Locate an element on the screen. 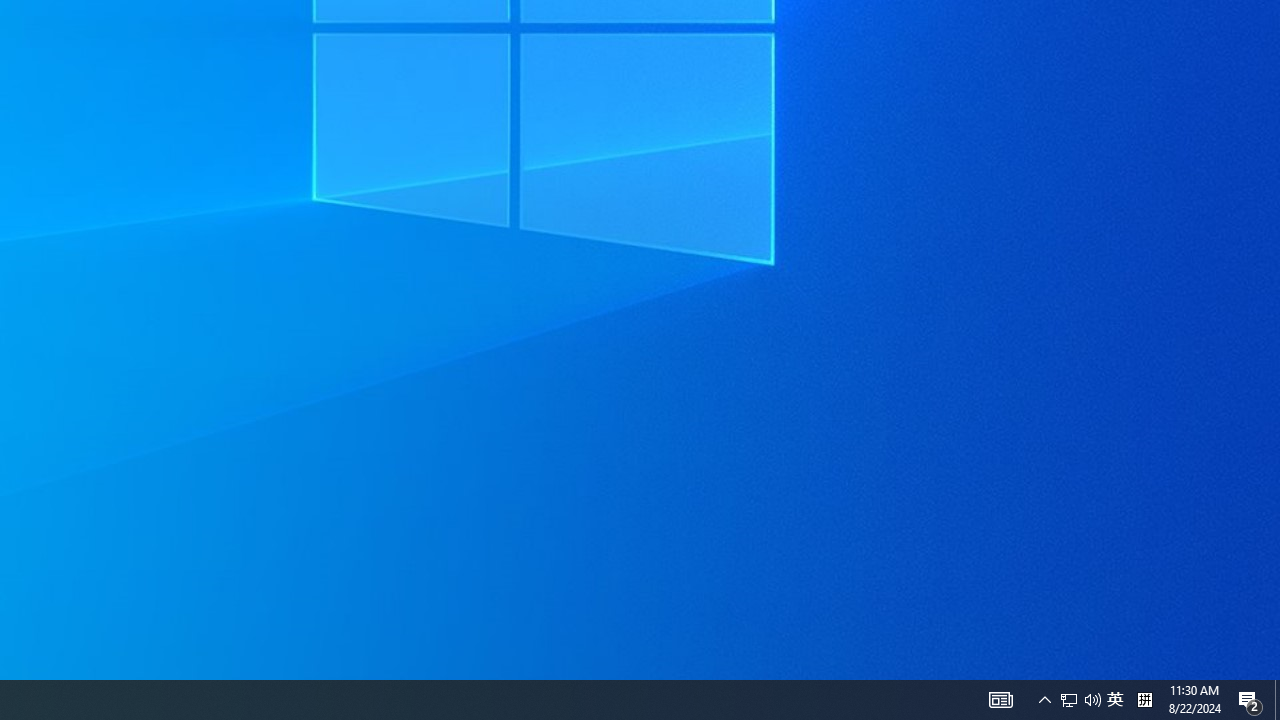  'Action Center, 2 new notifications' is located at coordinates (1250, 698).